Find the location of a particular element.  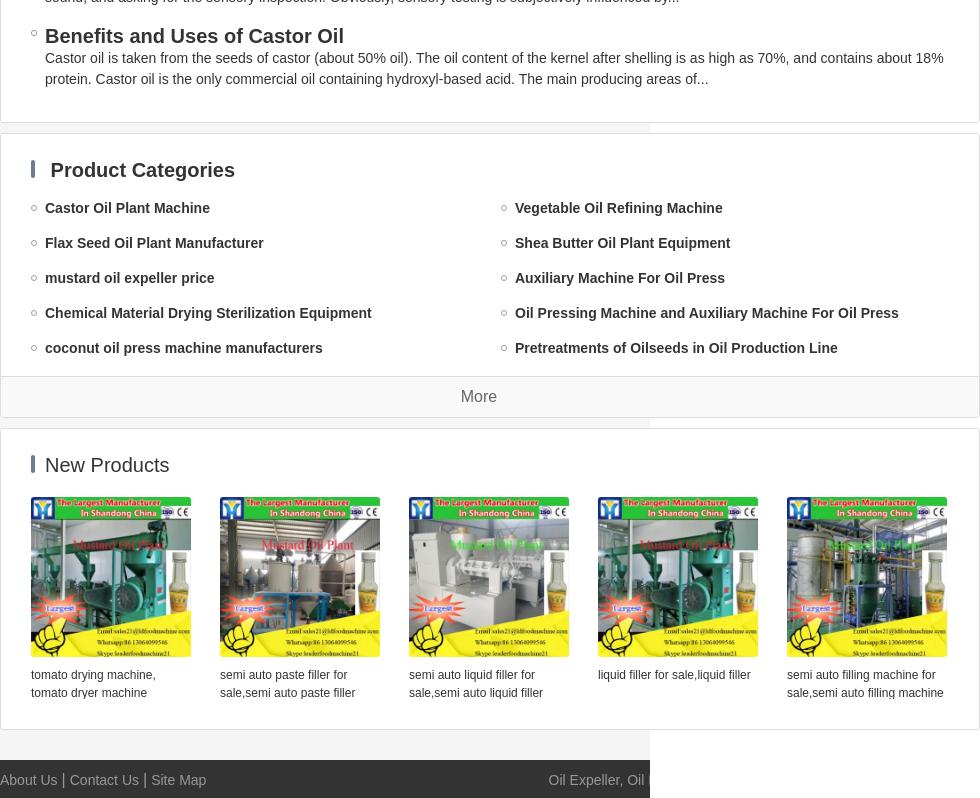

'Castor oil is taken from the seeds of castor (about 50% oil). The oil content of the kernel after shelling is as high as 70%, and contains about 18% protein. Castor oil is the only commercial oil containing hydroxyl-based acid. The main producing areas of...' is located at coordinates (44, 67).